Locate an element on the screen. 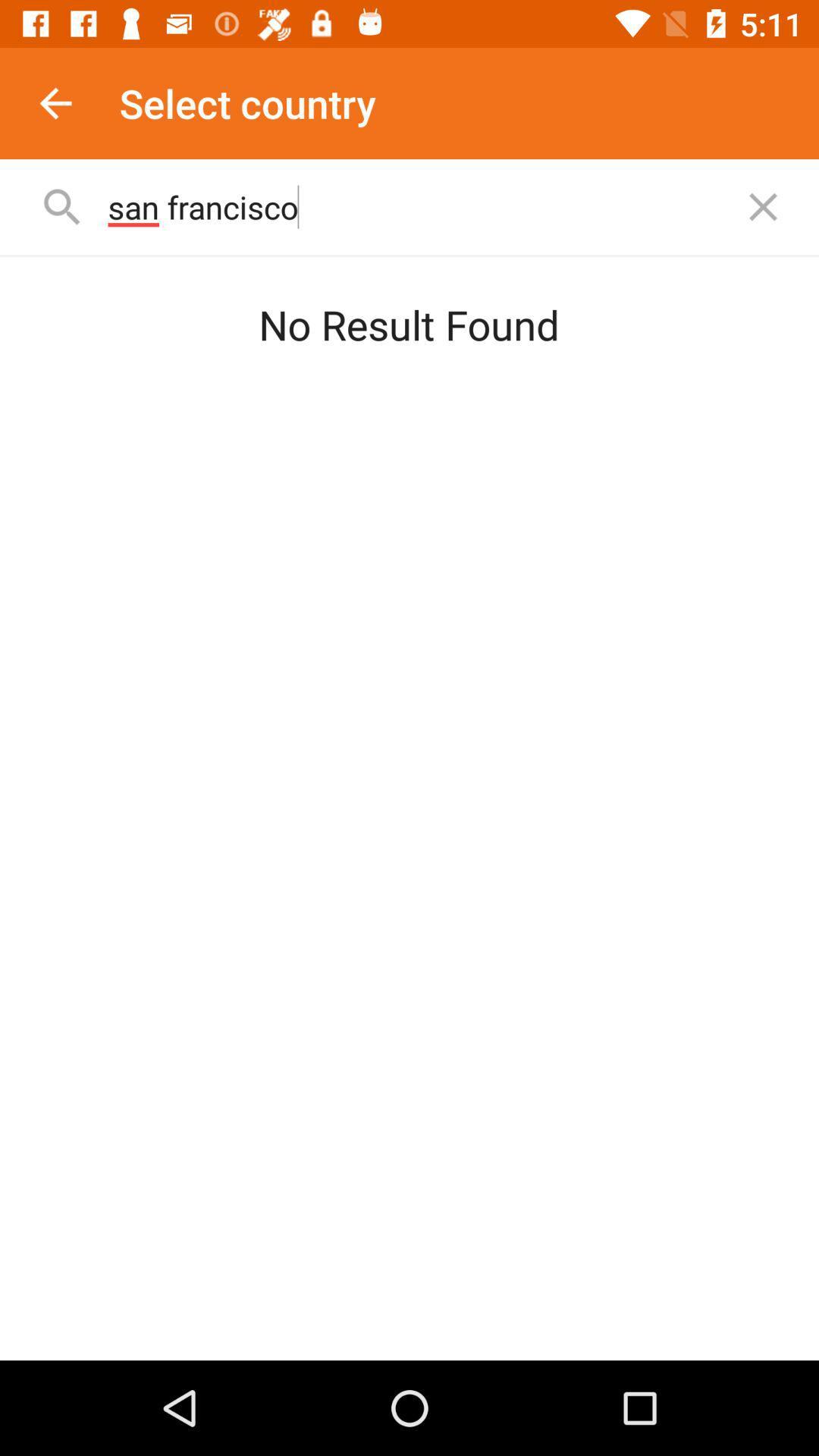  the item next to san francisco is located at coordinates (763, 206).